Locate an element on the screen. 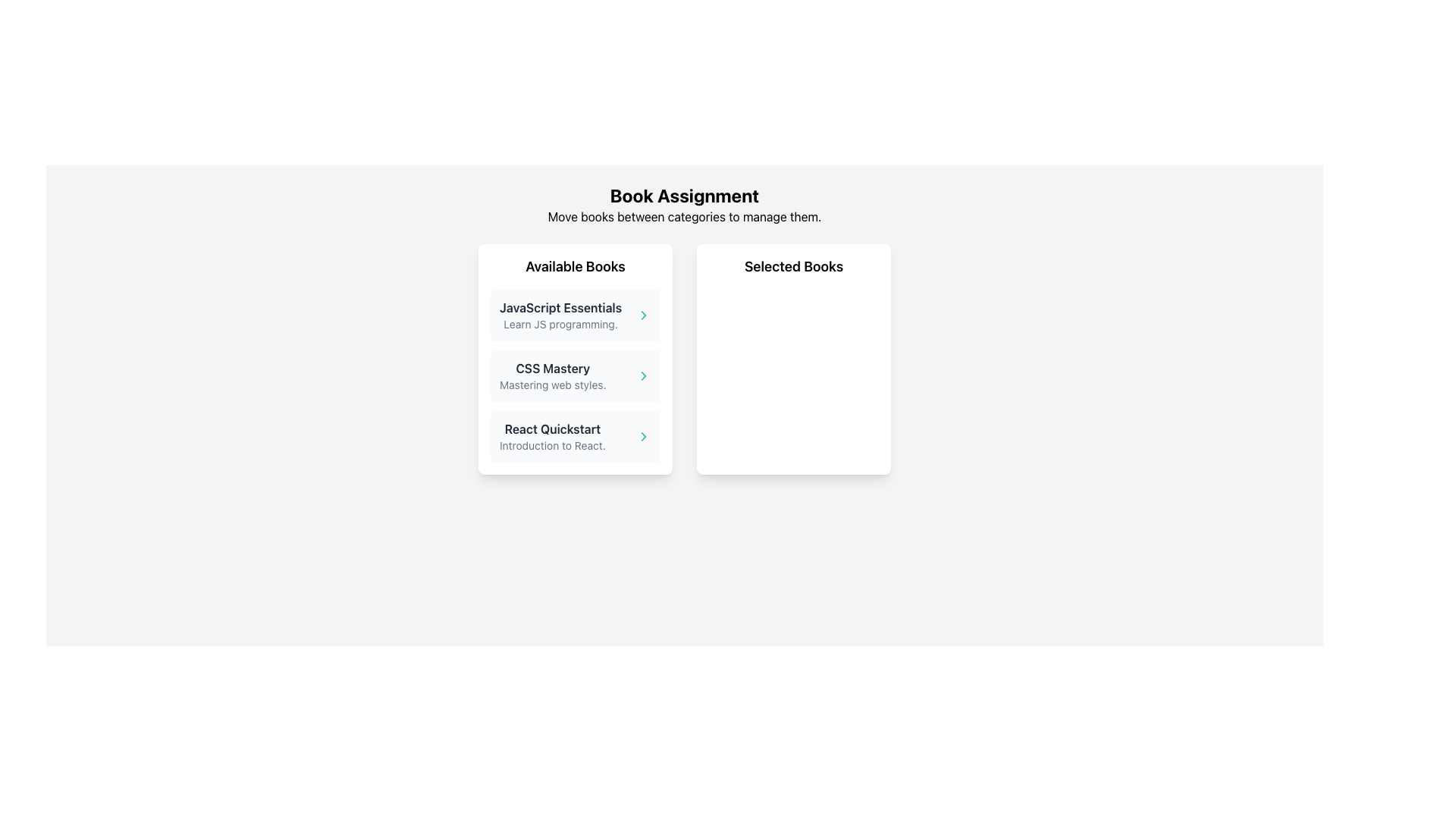  the List item card for the book titled 'CSS Mastery', which is the second card in the 'Available Books' section is located at coordinates (574, 359).